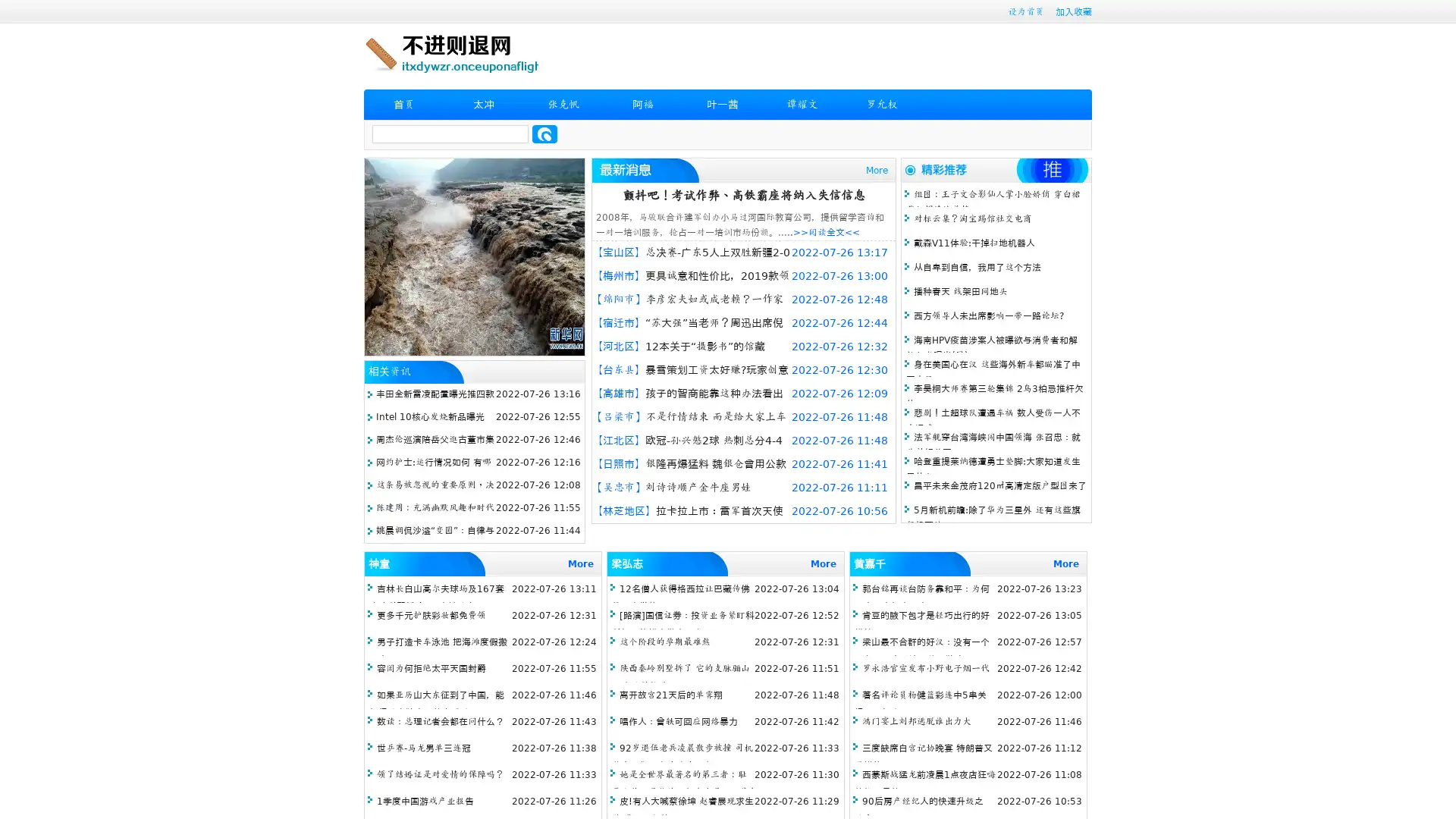 The image size is (1456, 819). Describe the element at coordinates (544, 133) in the screenshot. I see `Search` at that location.